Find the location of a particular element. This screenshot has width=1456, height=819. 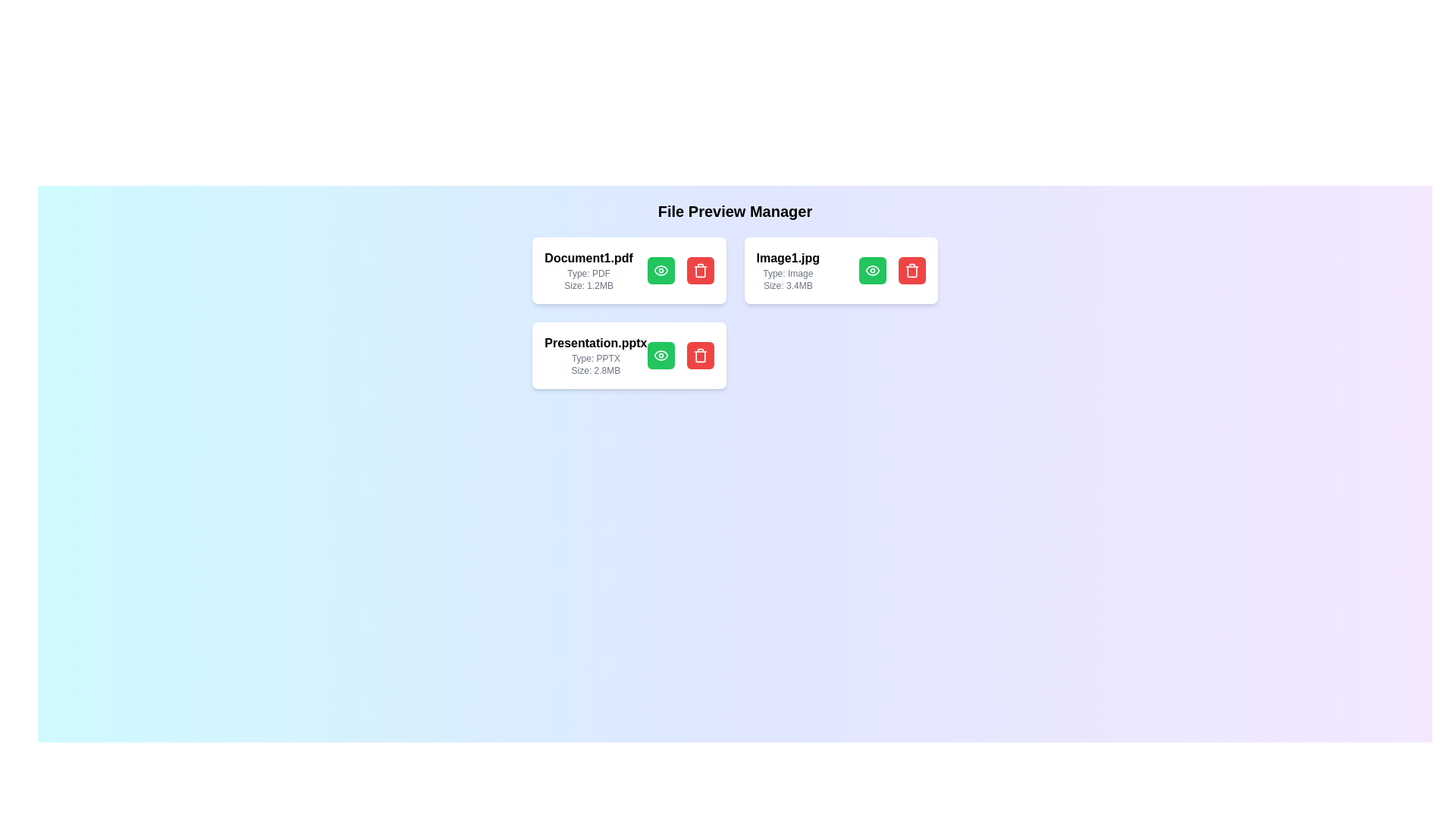

the text label within the central card of the 'File Preview Manager' is located at coordinates (788, 270).